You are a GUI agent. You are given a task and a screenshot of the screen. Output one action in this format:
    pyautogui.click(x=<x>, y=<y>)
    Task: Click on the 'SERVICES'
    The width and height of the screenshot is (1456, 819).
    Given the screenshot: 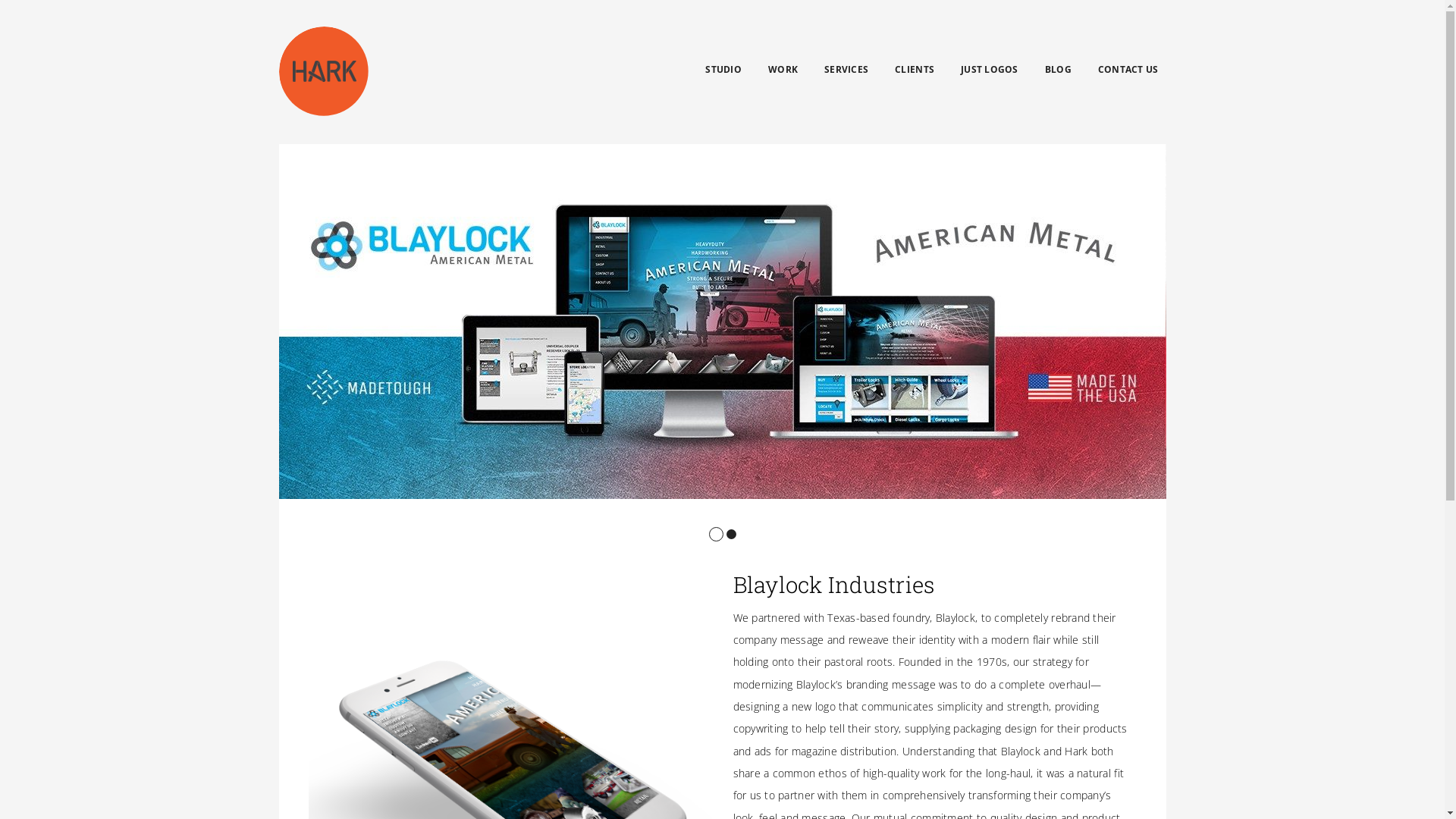 What is the action you would take?
    pyautogui.click(x=846, y=70)
    